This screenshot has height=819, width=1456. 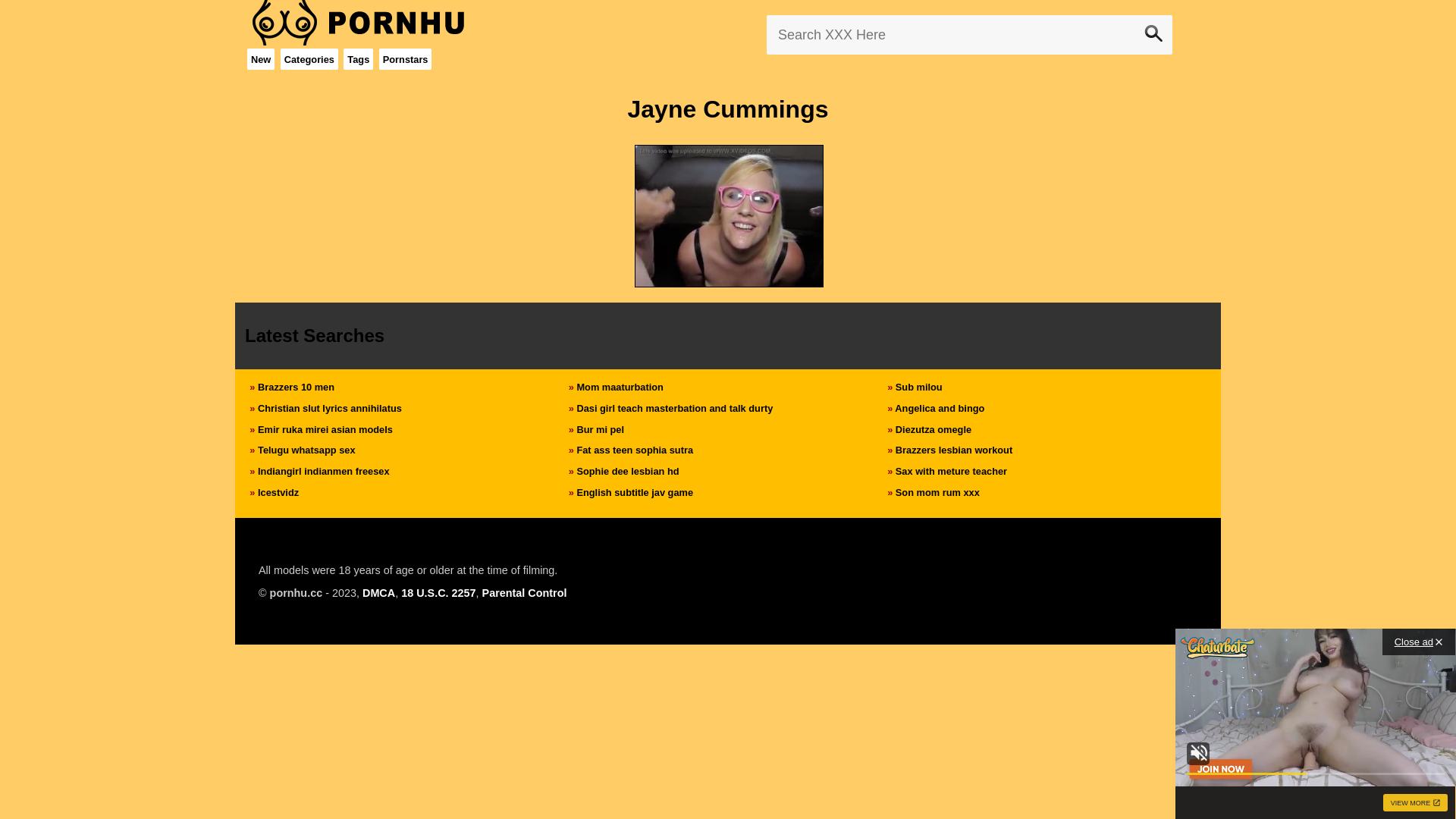 I want to click on 'Fat ass teen sophia sutra', so click(x=634, y=449).